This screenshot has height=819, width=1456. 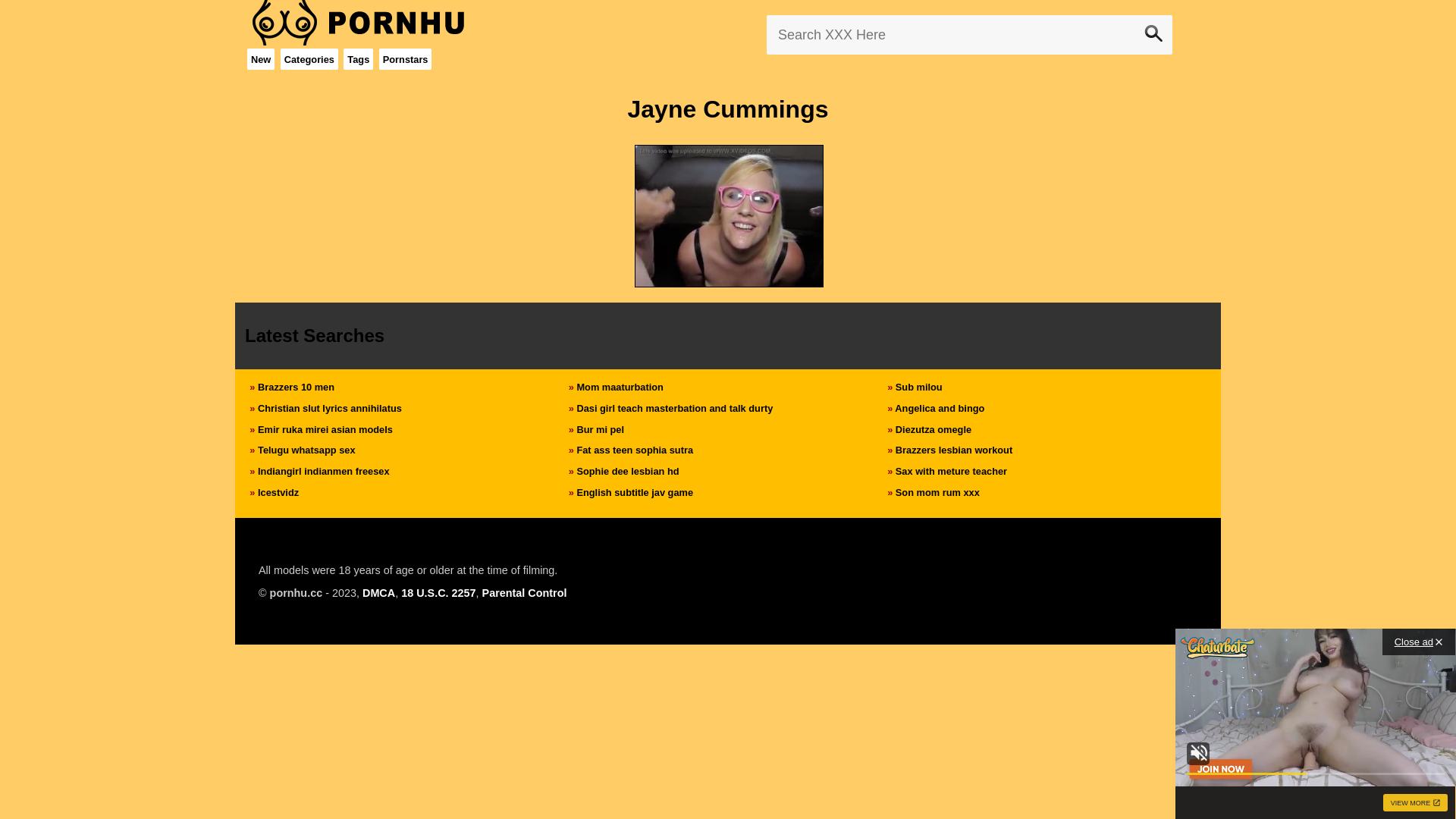 I want to click on 'Fat ass teen sophia sutra', so click(x=634, y=449).